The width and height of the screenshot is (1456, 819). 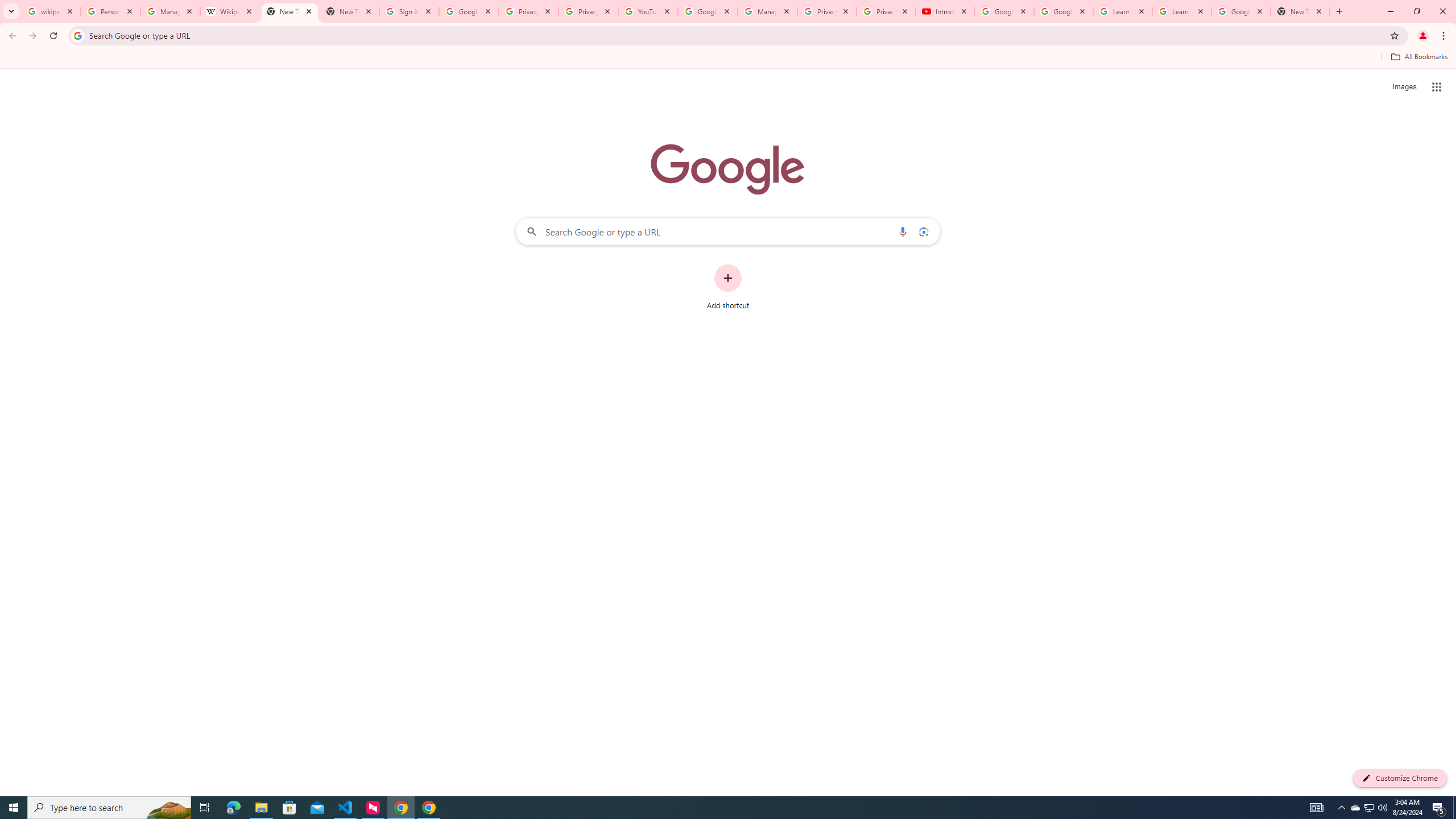 What do you see at coordinates (468, 11) in the screenshot?
I see `'Google Drive: Sign-in'` at bounding box center [468, 11].